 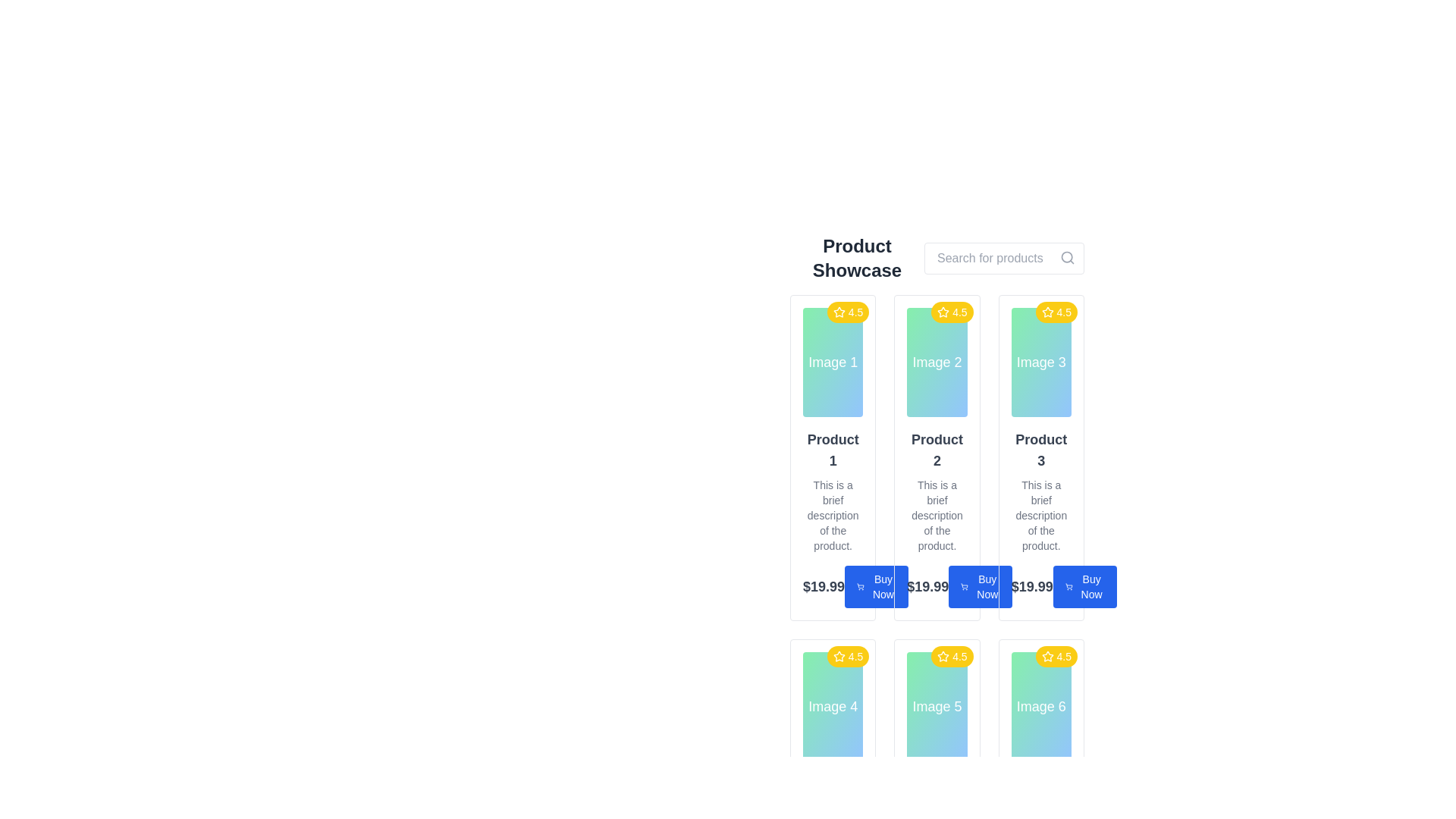 I want to click on the yellow star-shaped icon representing a rating or favorite indicator located in the second product card, positioned above the image and text description of 'Product 2', so click(x=943, y=311).